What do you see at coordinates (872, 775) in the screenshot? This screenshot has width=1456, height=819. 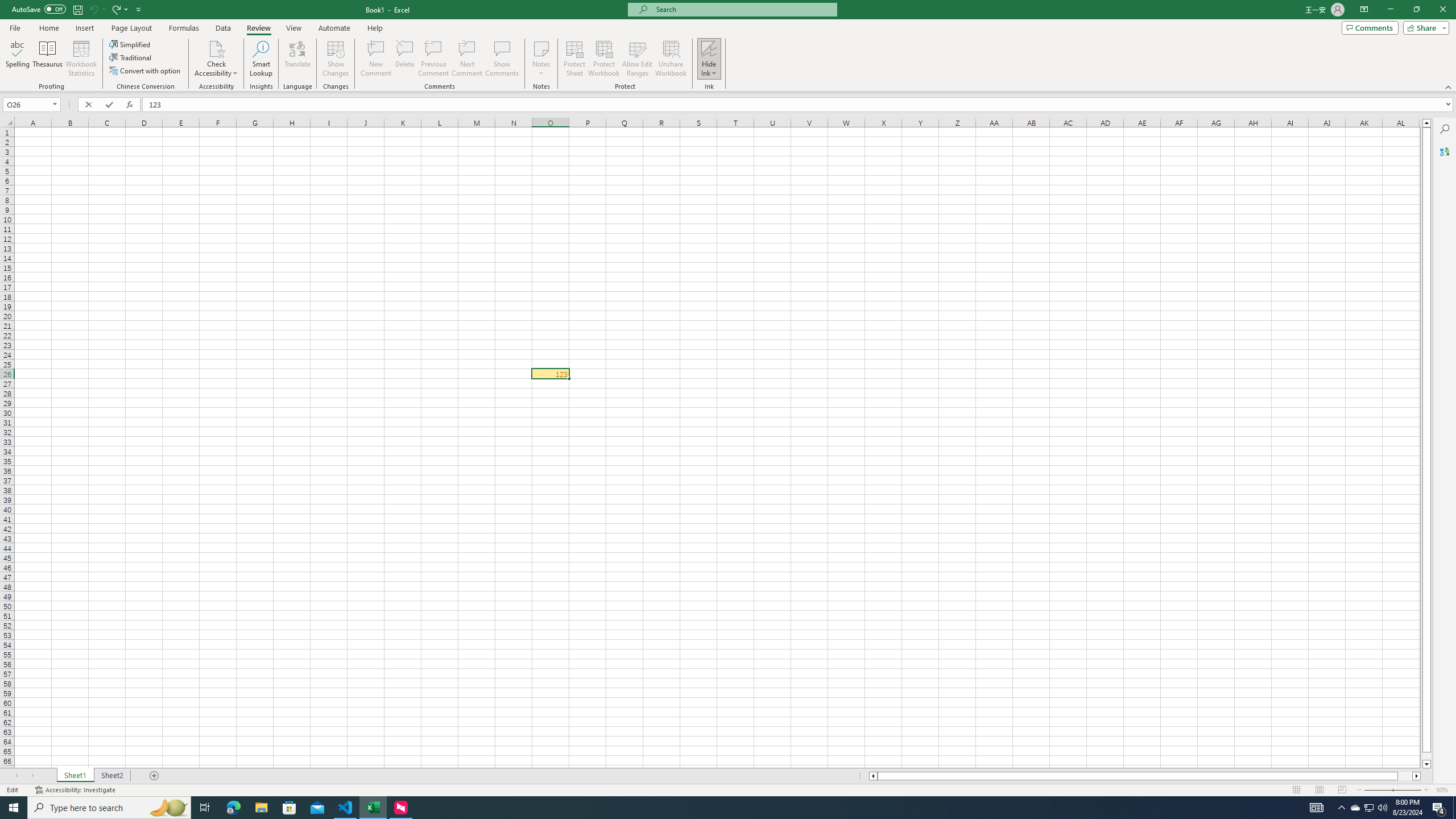 I see `'Column left'` at bounding box center [872, 775].